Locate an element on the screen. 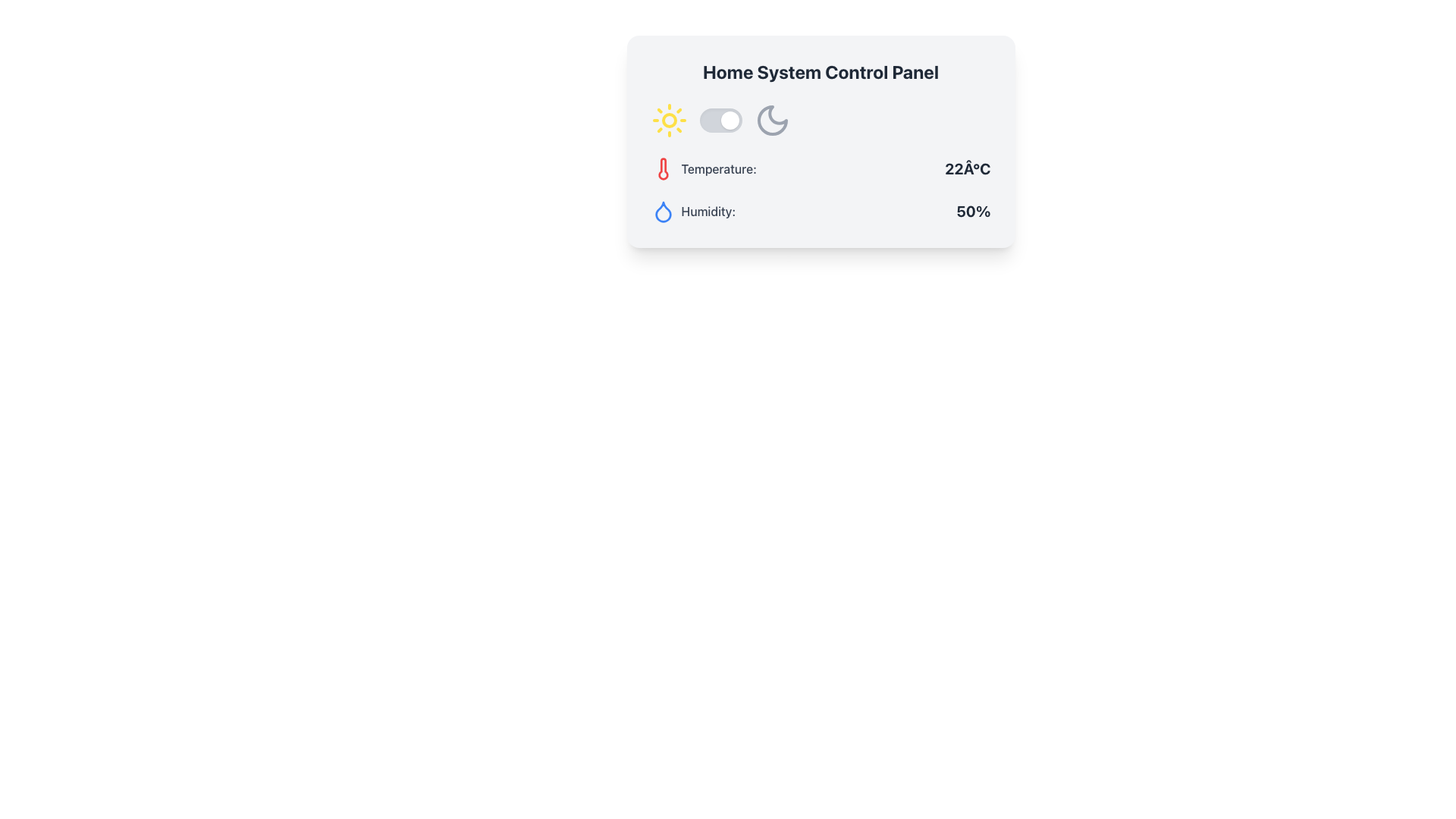  the daylight icon in the 'Home System Control Panel' header section is located at coordinates (668, 119).